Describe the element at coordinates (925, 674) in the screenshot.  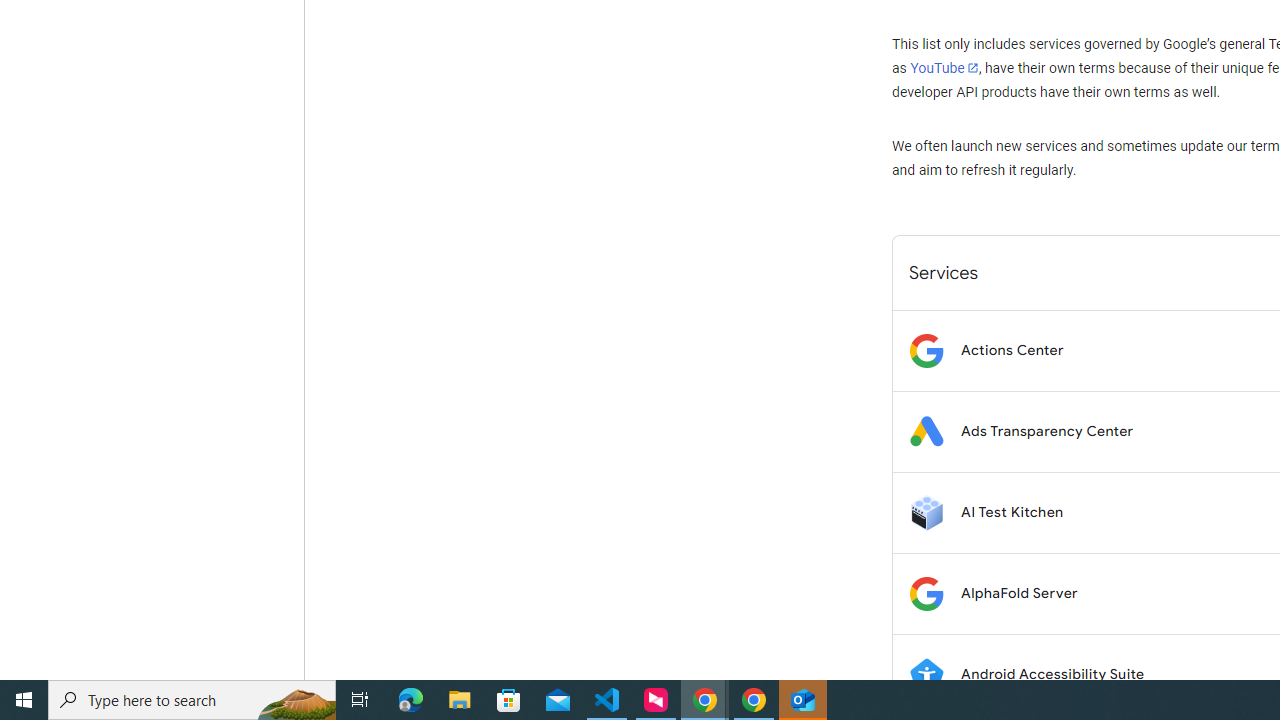
I see `'Logo for Android Accessibility Suite'` at that location.